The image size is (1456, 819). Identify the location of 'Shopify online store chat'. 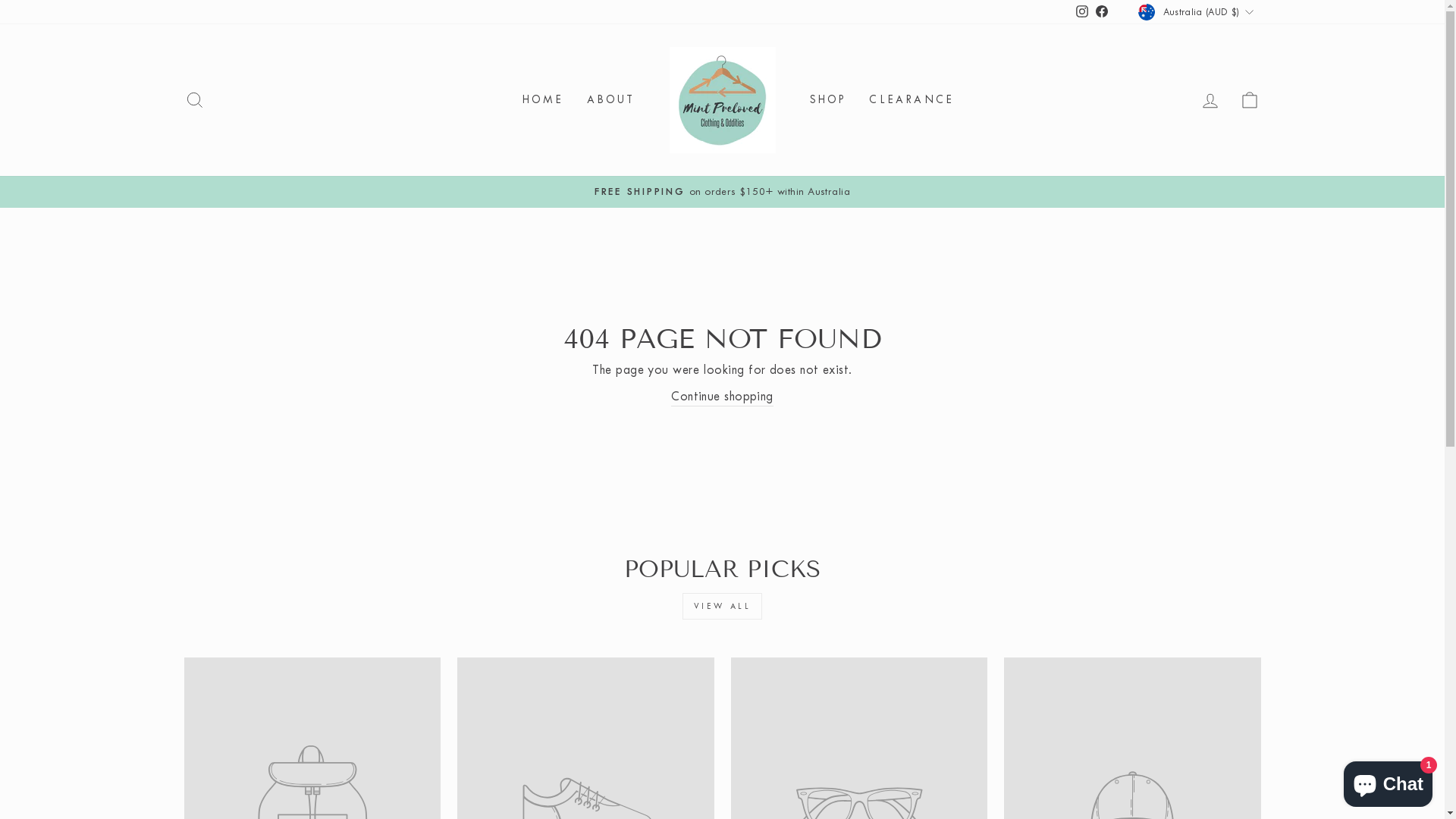
(1388, 780).